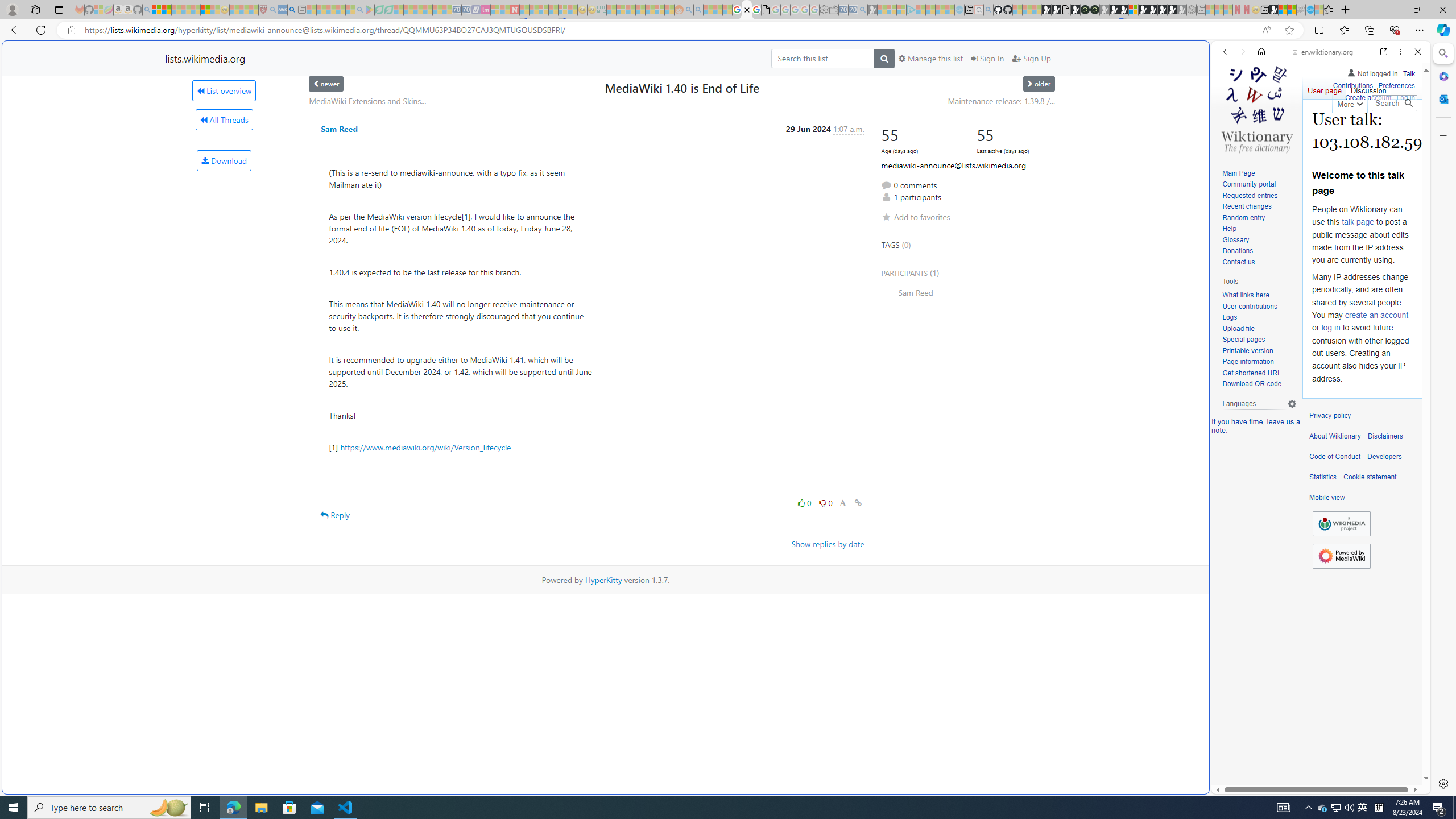 This screenshot has width=1456, height=819. I want to click on 'Visit the main page', so click(1256, 107).